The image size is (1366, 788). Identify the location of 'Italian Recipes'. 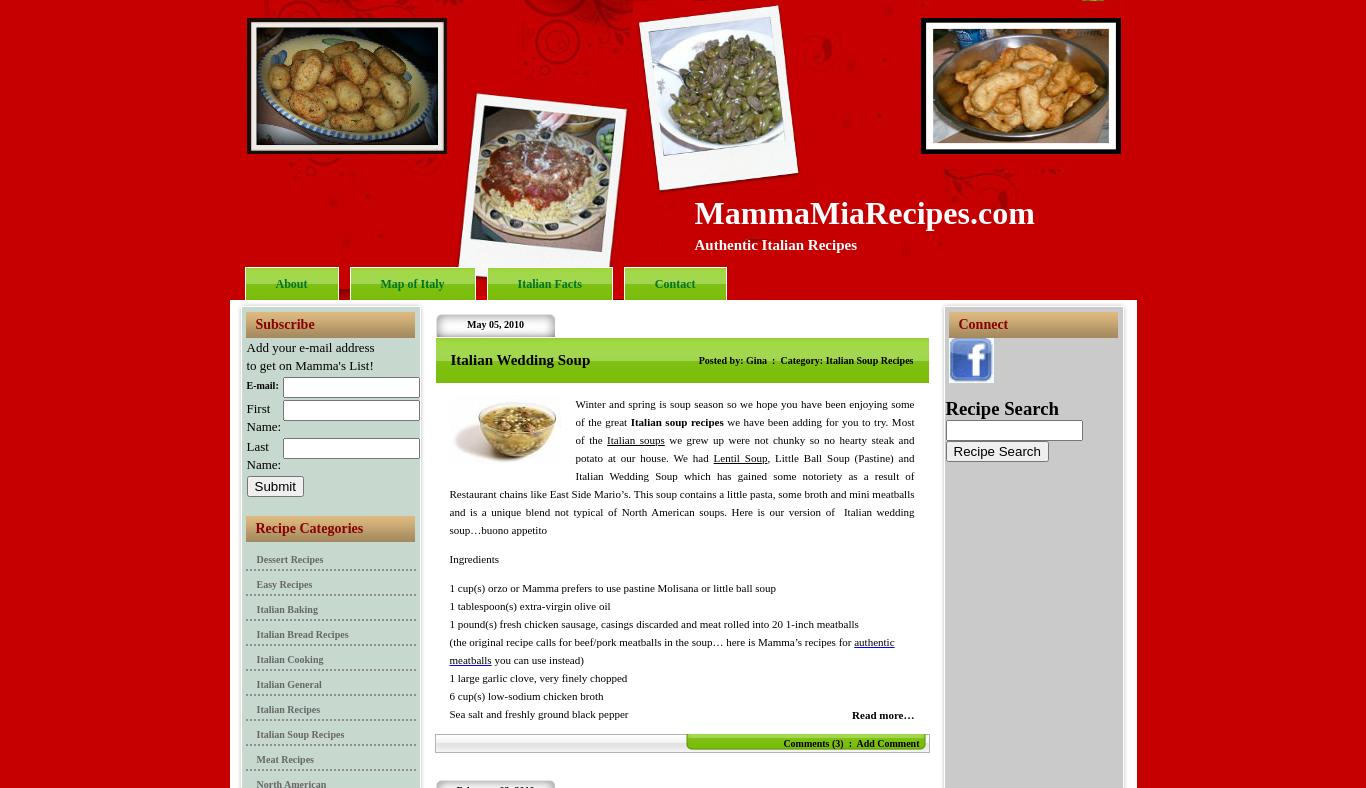
(287, 709).